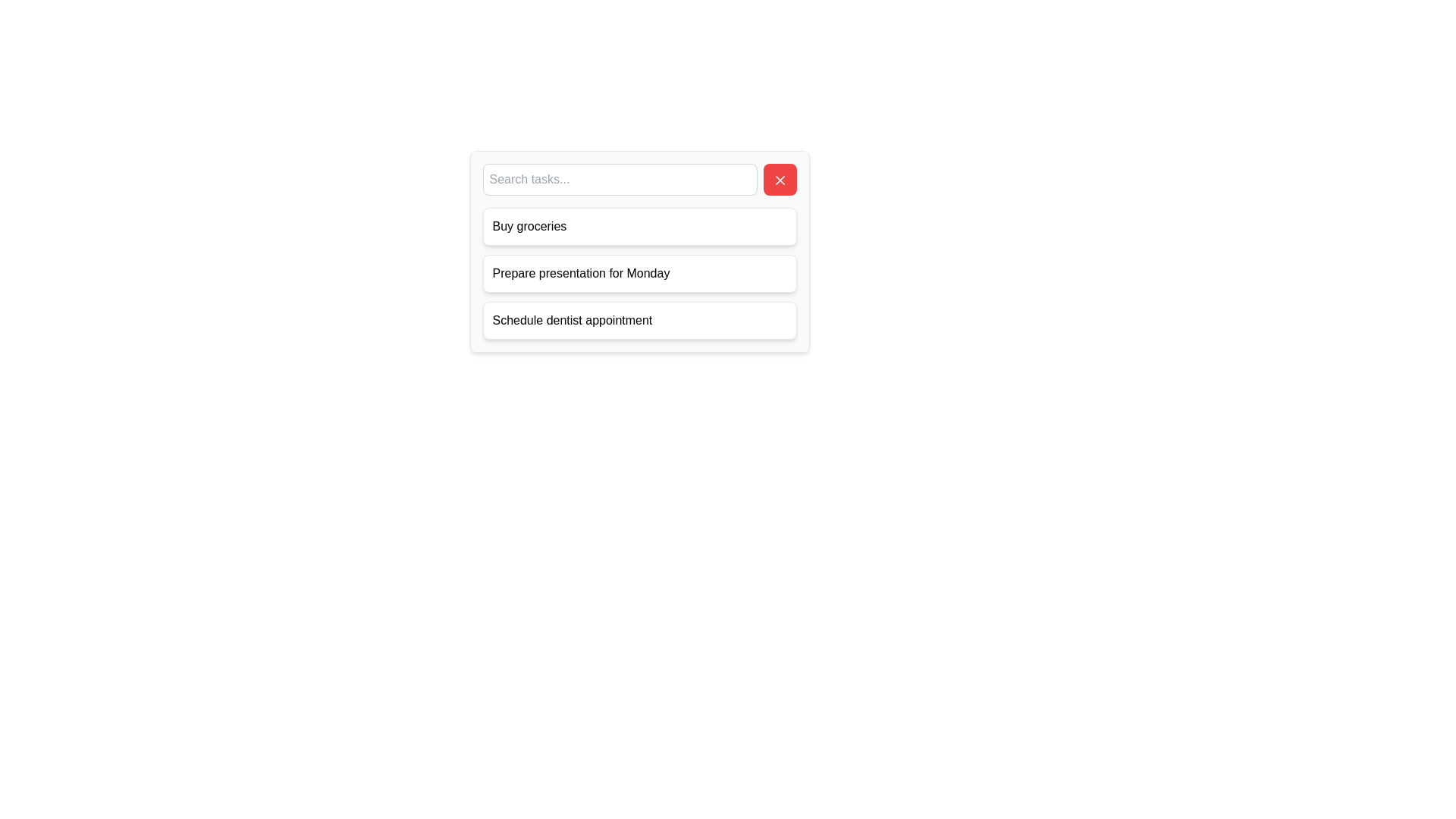 This screenshot has height=819, width=1456. Describe the element at coordinates (639, 274) in the screenshot. I see `the task element labeled 'Prepare presentation for Monday', which is the second item in a vertically arranged list, positioned below 'Buy groceries' and above 'Schedule dentist appointment'` at that location.